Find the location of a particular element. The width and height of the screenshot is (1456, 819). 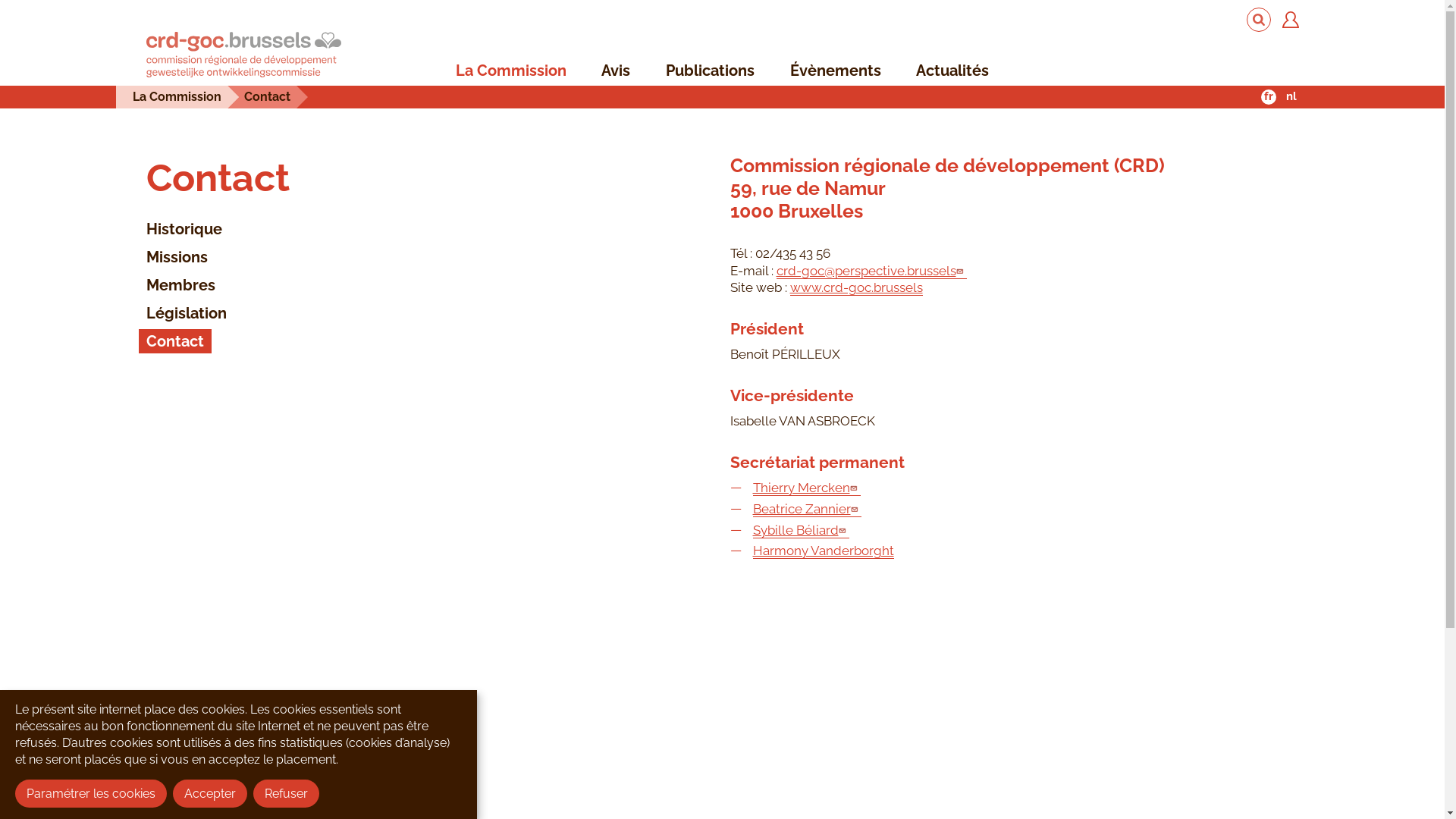

'Avis' is located at coordinates (615, 70).